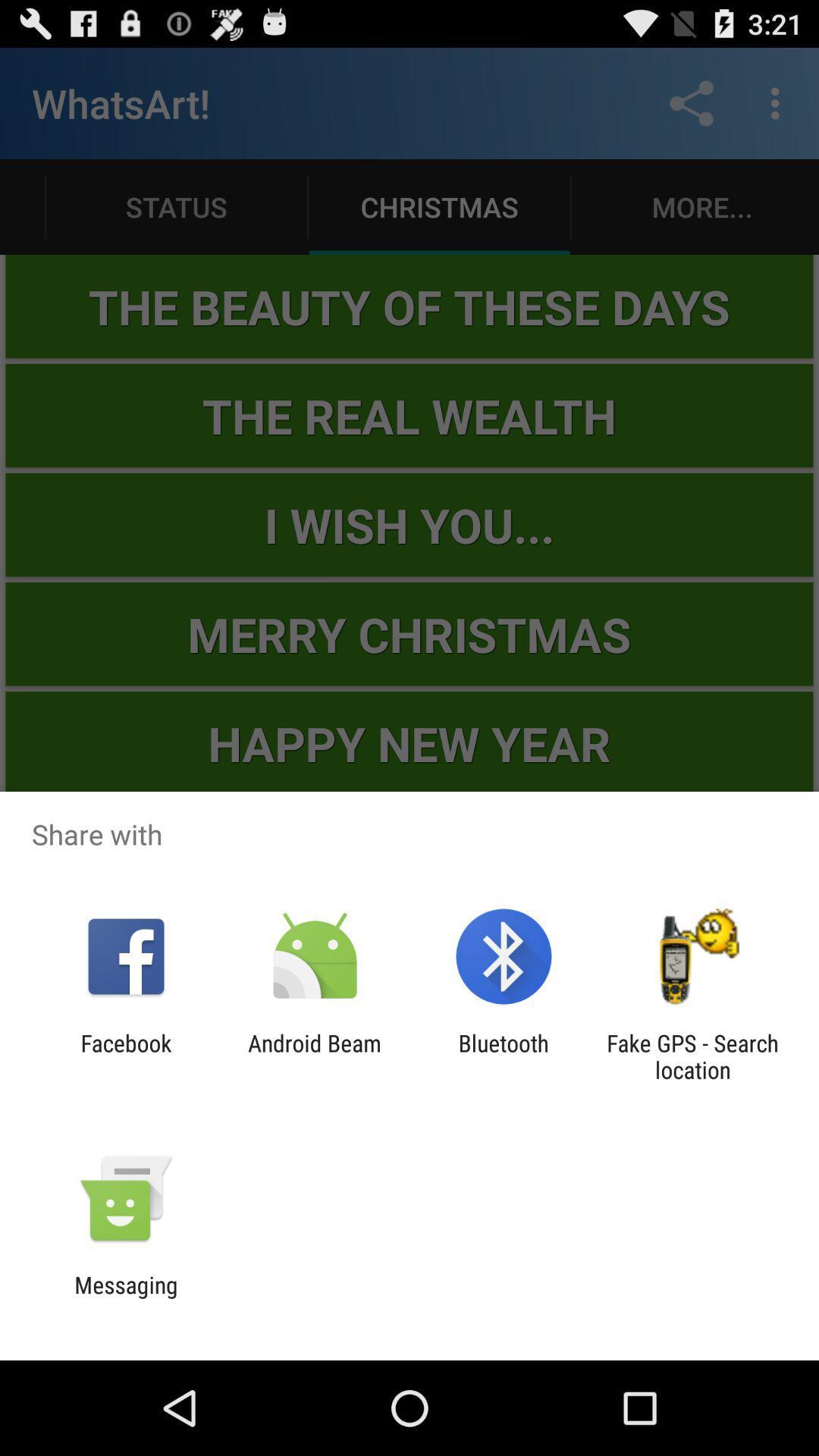  I want to click on app next to the android beam item, so click(125, 1056).